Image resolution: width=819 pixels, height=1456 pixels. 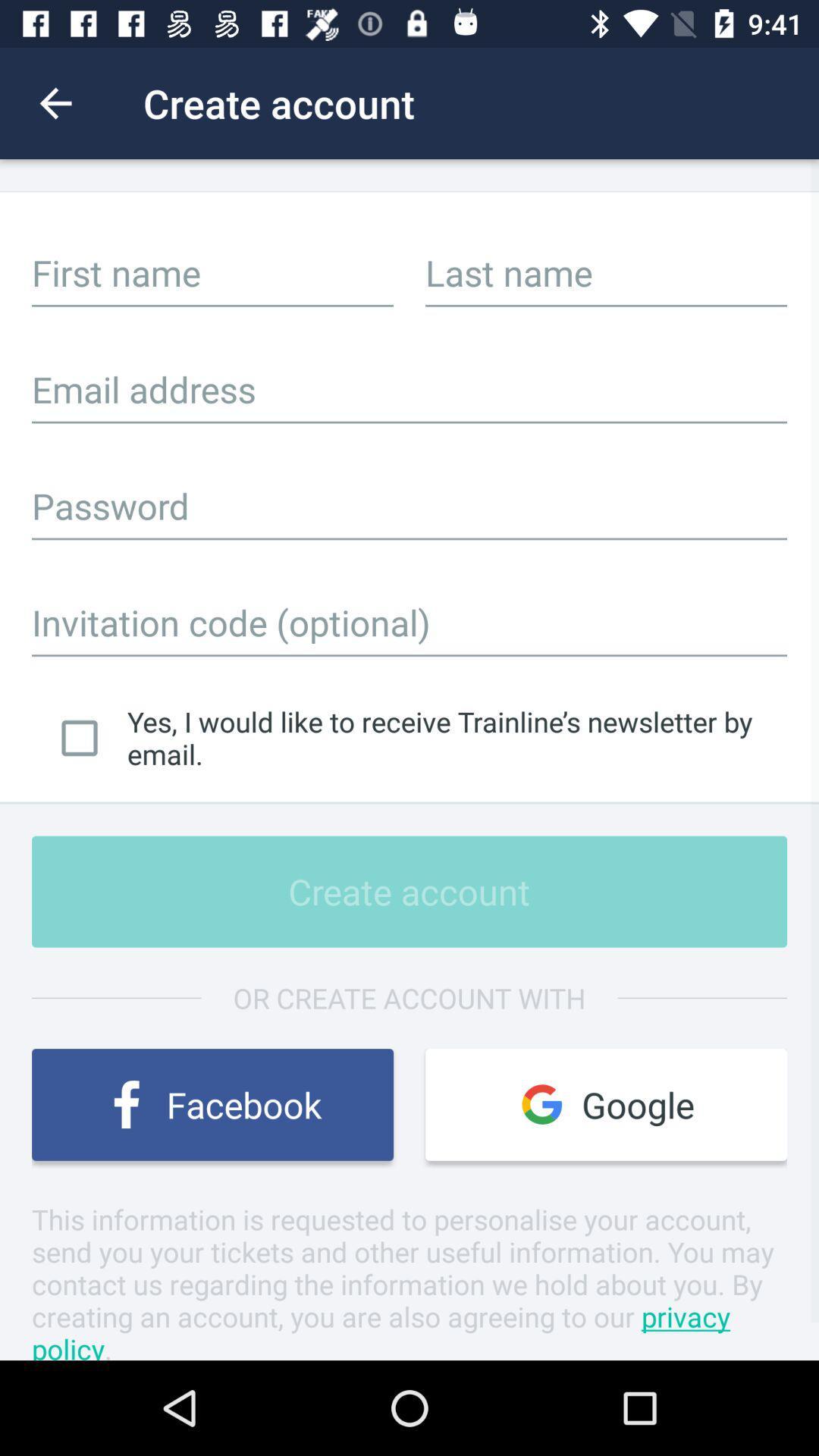 What do you see at coordinates (409, 622) in the screenshot?
I see `insert invitation code` at bounding box center [409, 622].